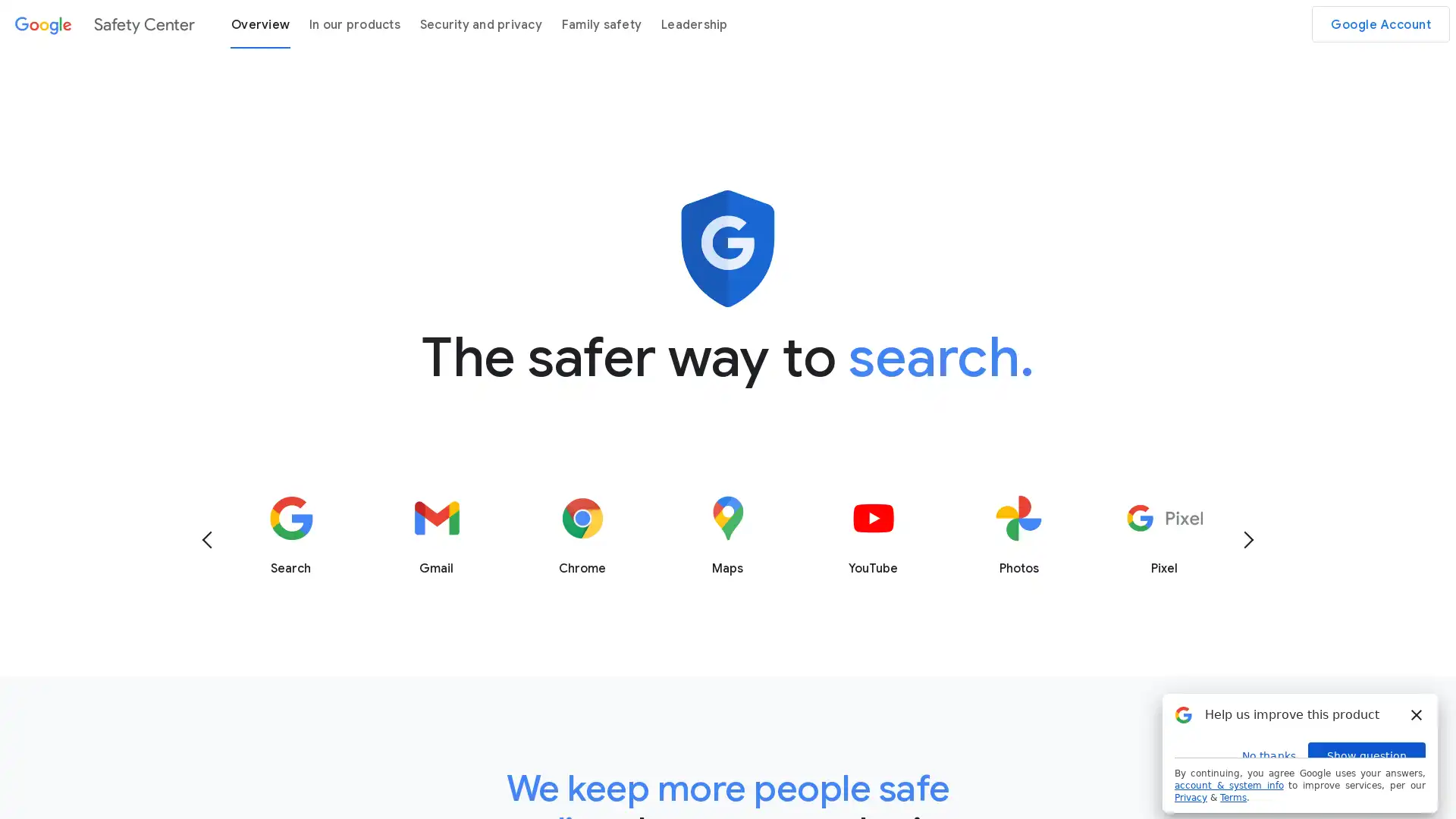 This screenshot has height=819, width=1456. What do you see at coordinates (1248, 538) in the screenshot?
I see `Next` at bounding box center [1248, 538].